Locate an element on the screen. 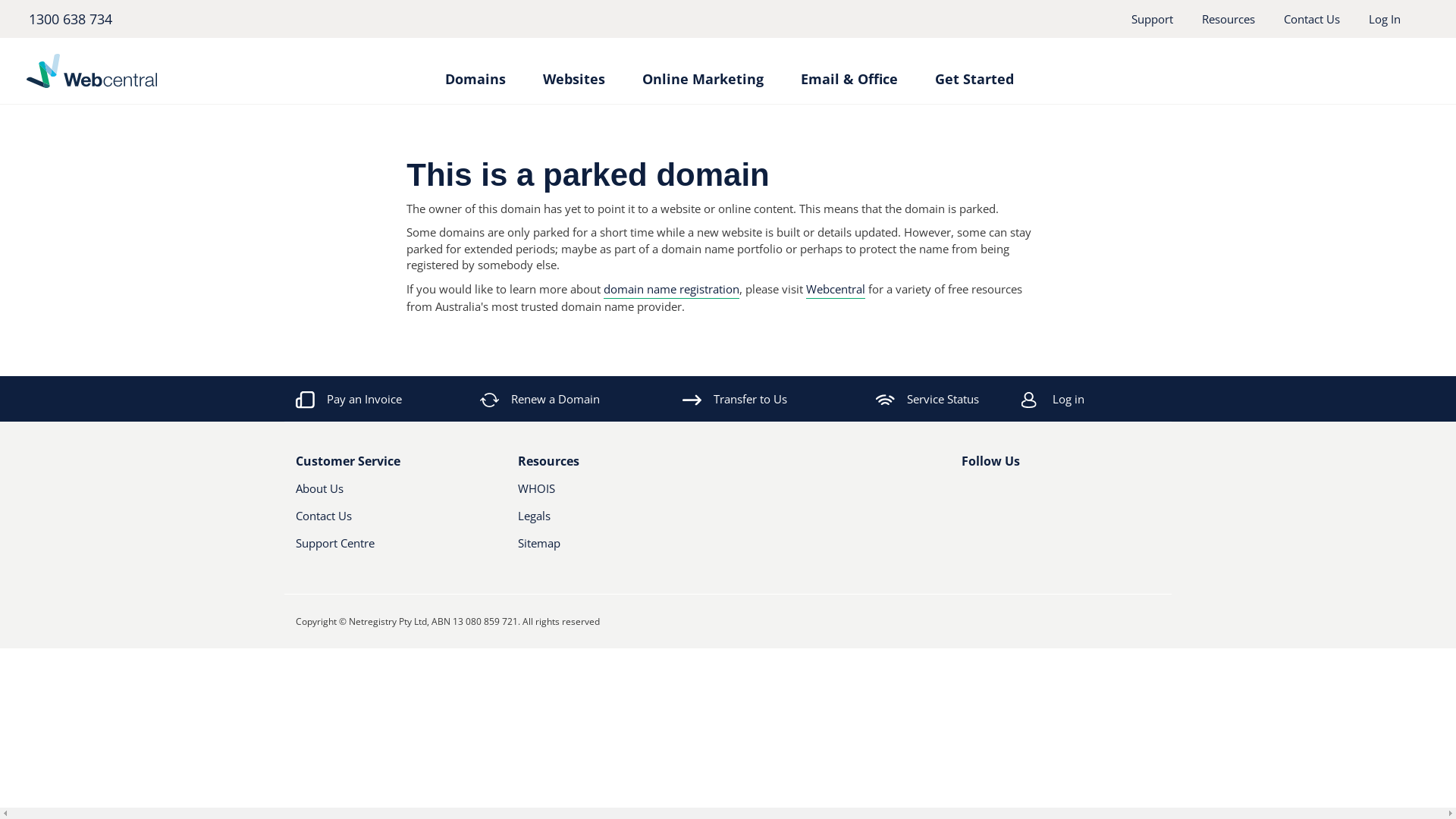  'Renew a Domain' is located at coordinates (541, 397).